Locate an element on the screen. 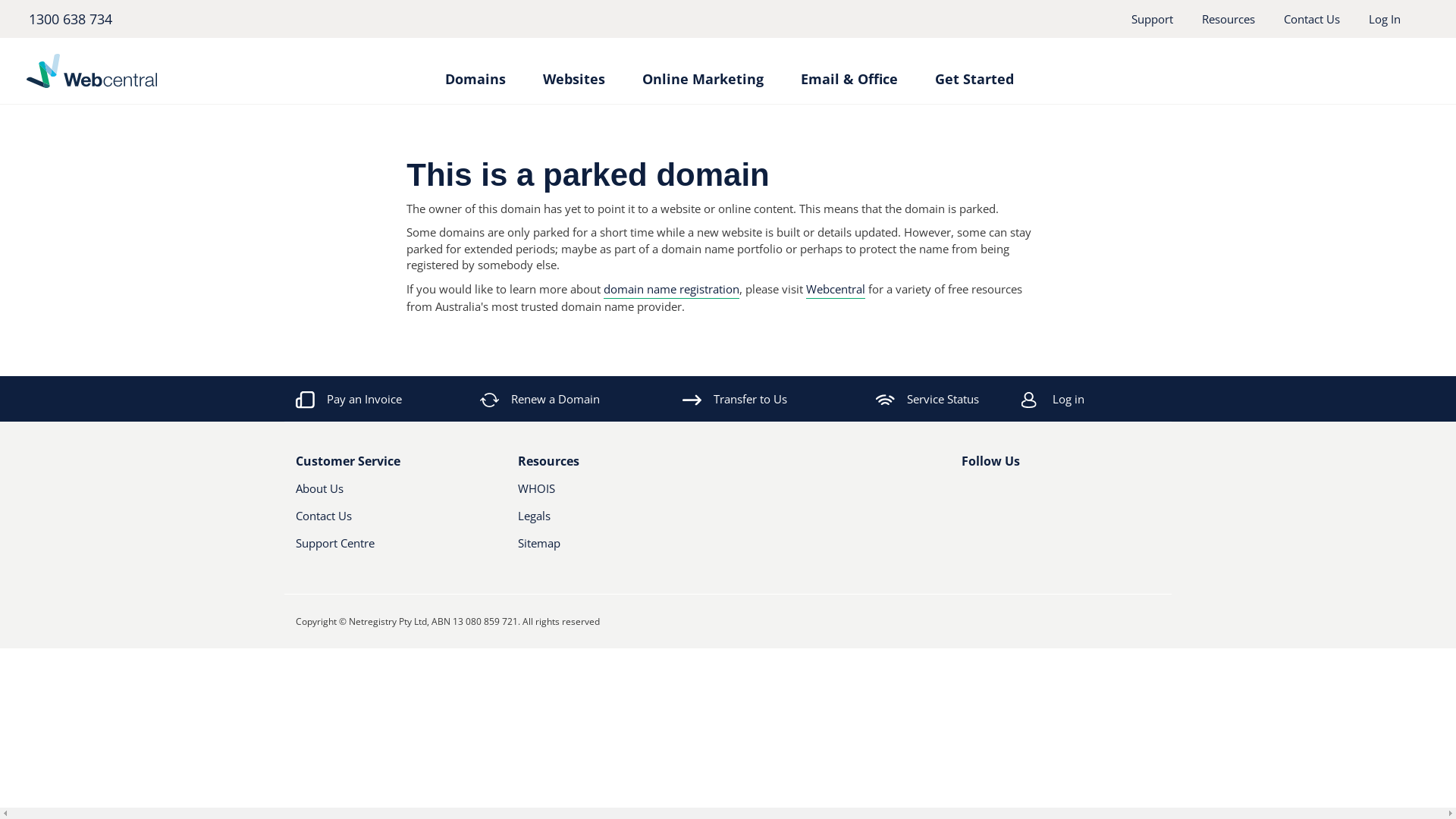  'Renew a Domain' is located at coordinates (541, 397).